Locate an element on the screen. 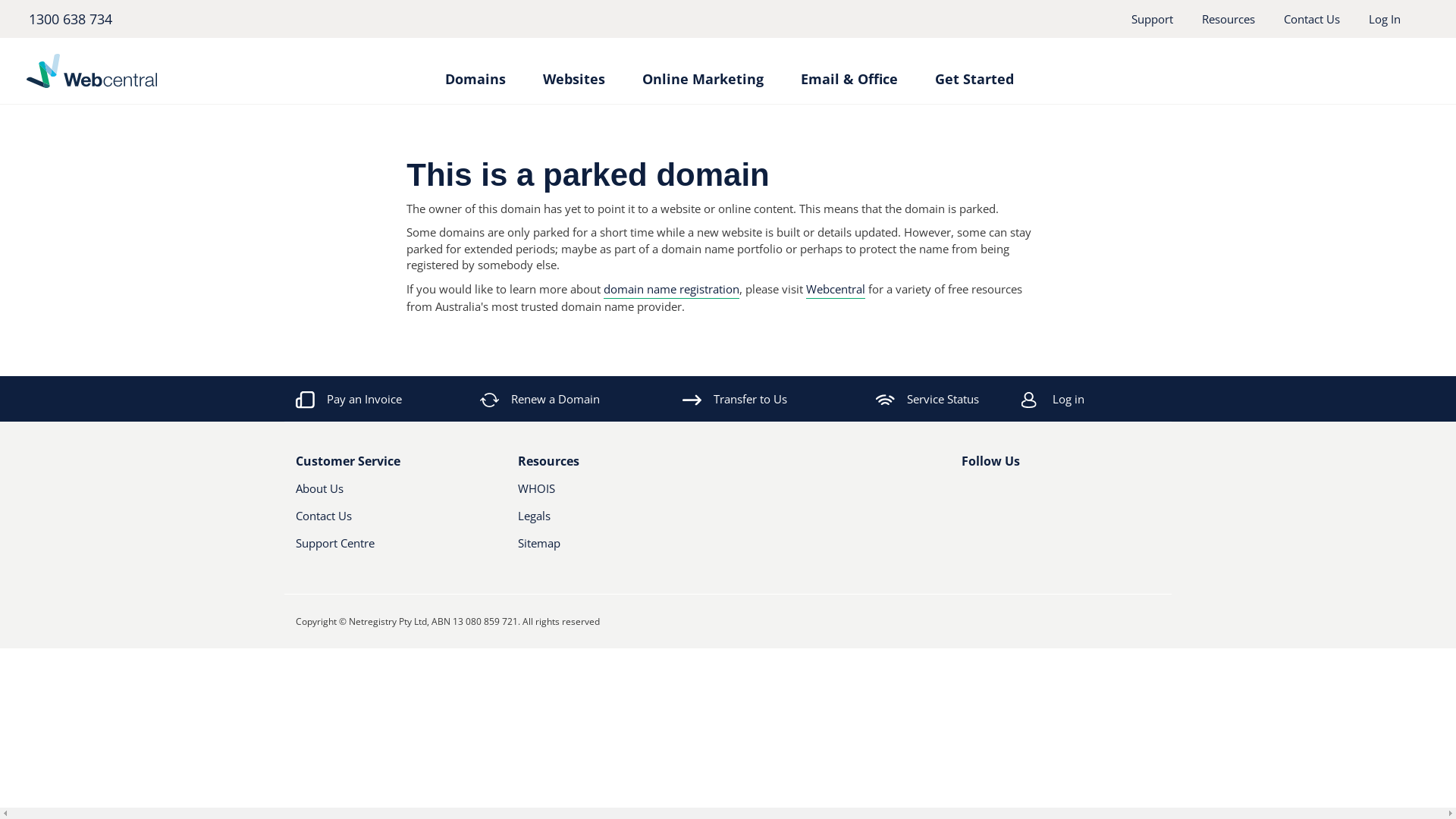  'Renew a Domain' is located at coordinates (541, 397).